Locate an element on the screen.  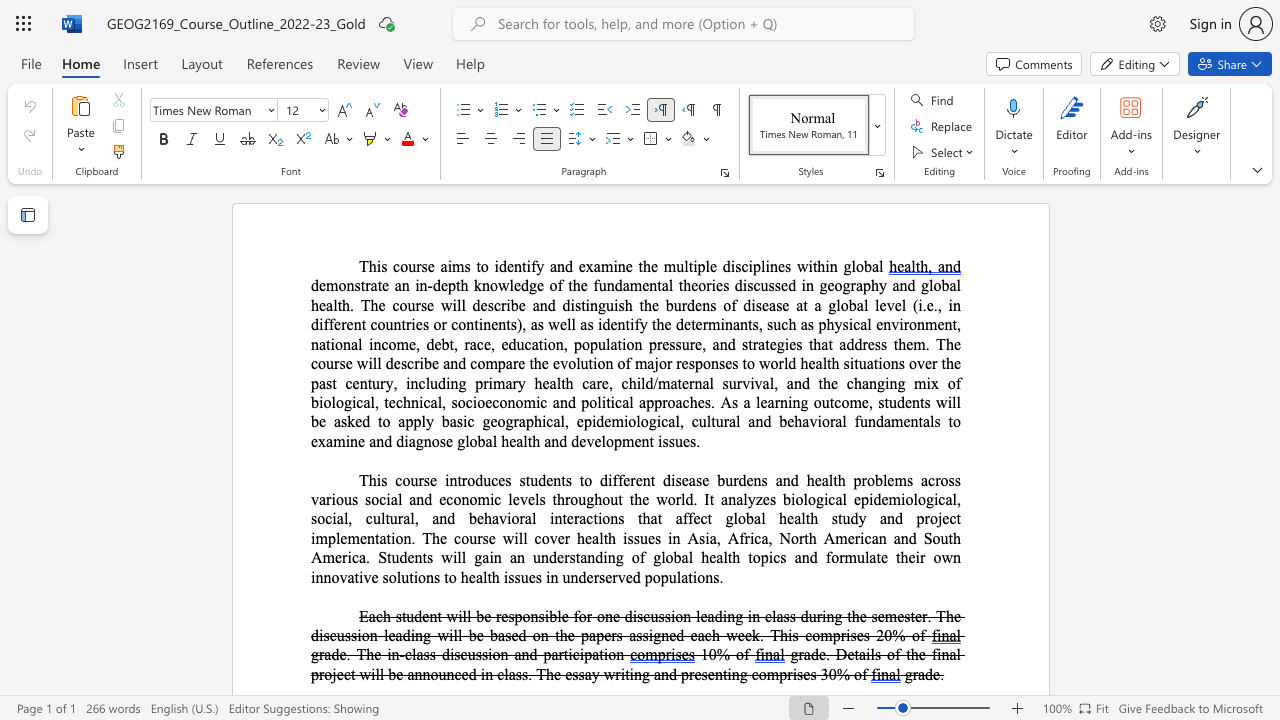
the 1th character "s" in the text is located at coordinates (513, 323).